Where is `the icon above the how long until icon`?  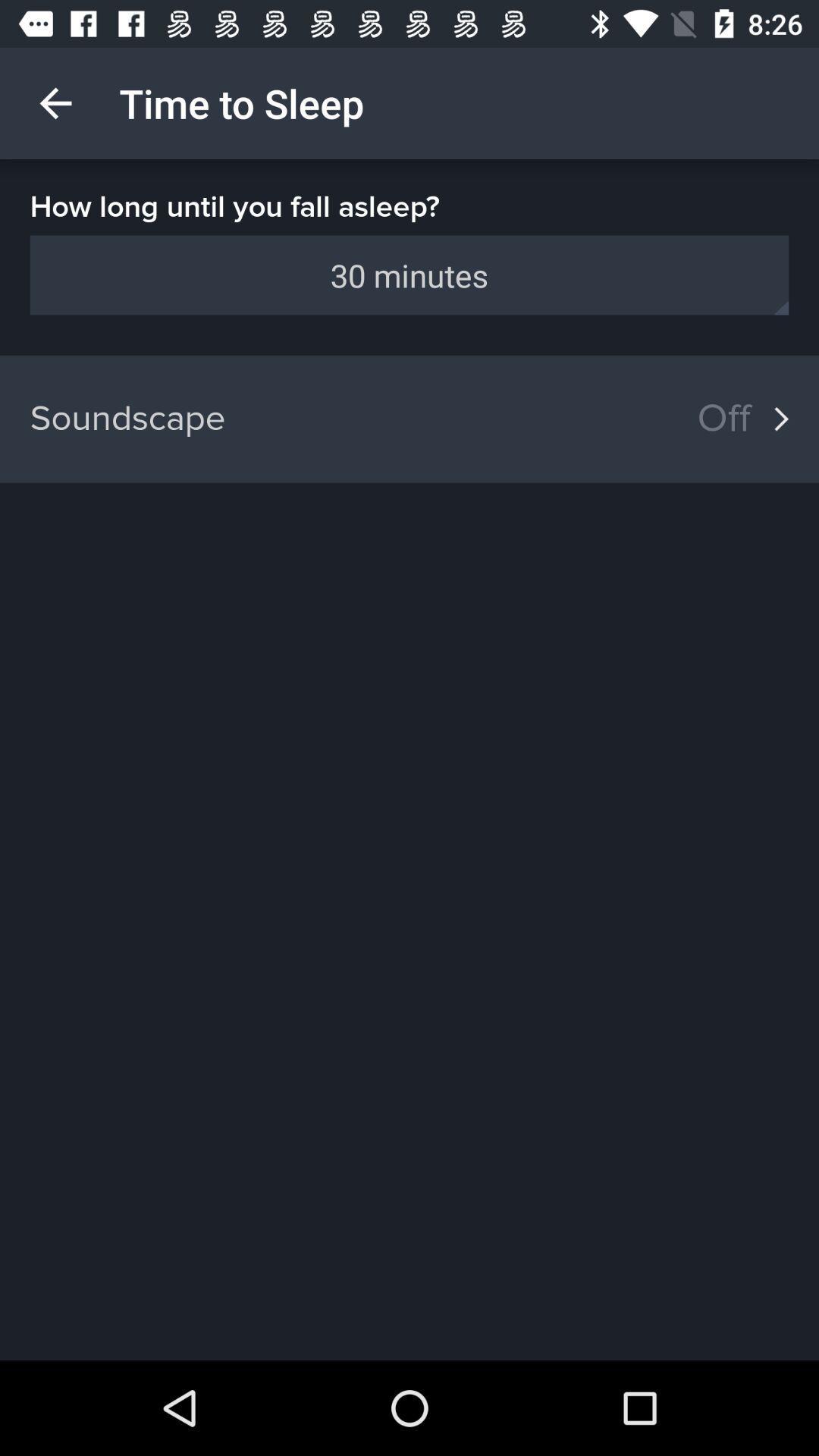 the icon above the how long until icon is located at coordinates (55, 102).